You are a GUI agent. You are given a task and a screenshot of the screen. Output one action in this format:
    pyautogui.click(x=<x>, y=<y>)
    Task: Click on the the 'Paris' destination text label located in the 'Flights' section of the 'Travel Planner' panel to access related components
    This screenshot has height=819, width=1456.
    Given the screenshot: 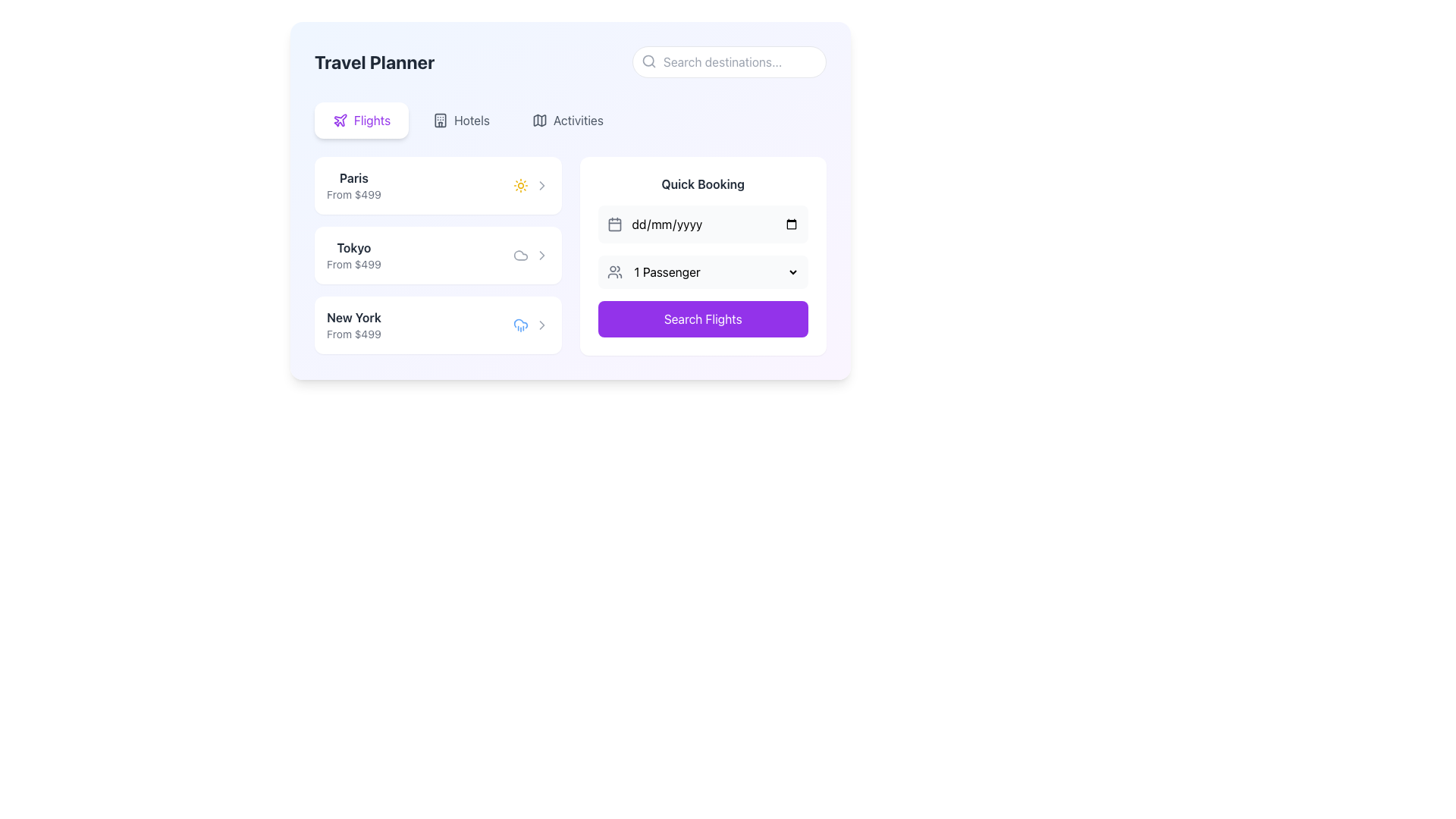 What is the action you would take?
    pyautogui.click(x=353, y=177)
    